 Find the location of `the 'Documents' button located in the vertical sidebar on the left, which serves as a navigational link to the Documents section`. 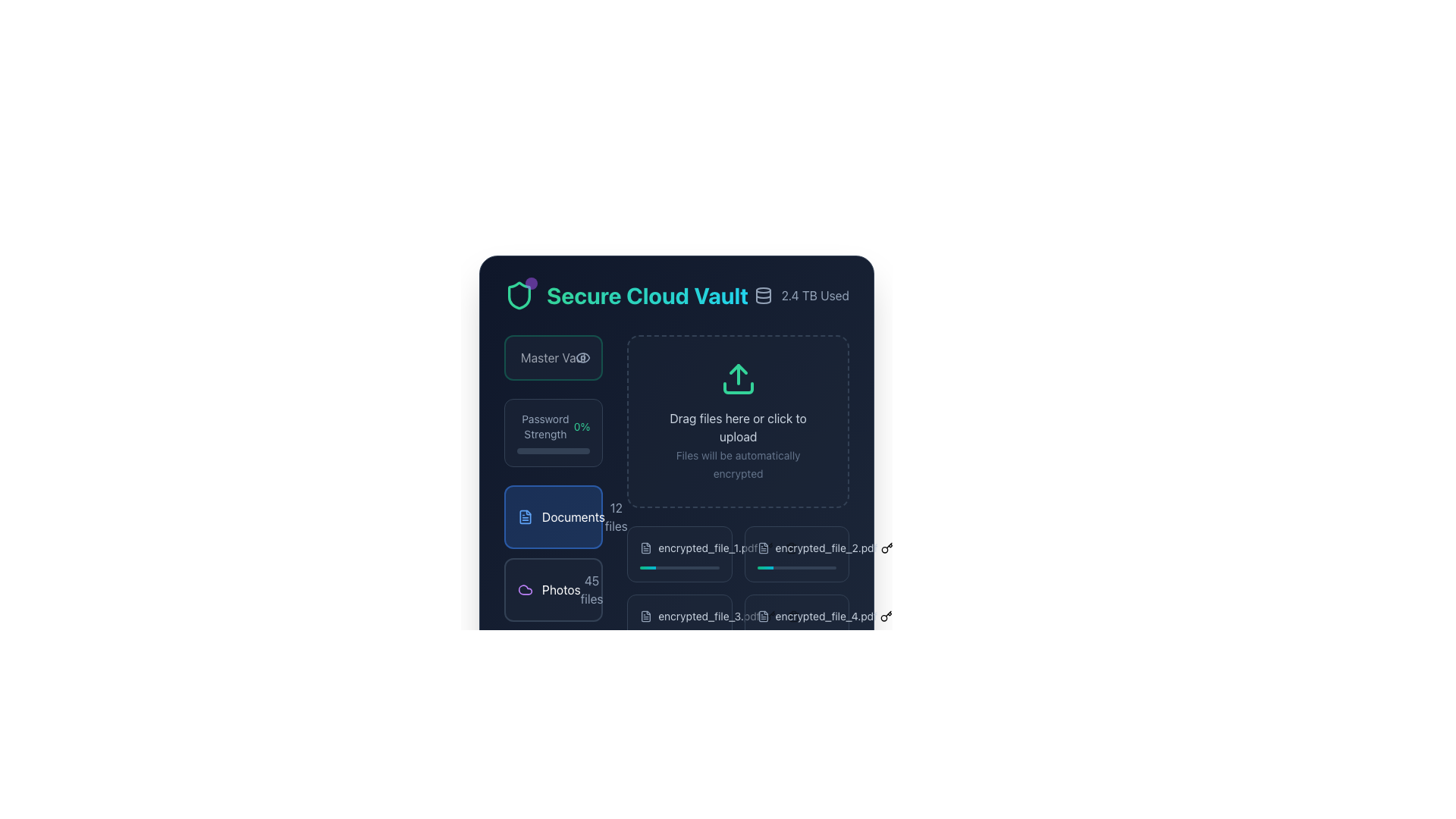

the 'Documents' button located in the vertical sidebar on the left, which serves as a navigational link to the Documents section is located at coordinates (560, 516).